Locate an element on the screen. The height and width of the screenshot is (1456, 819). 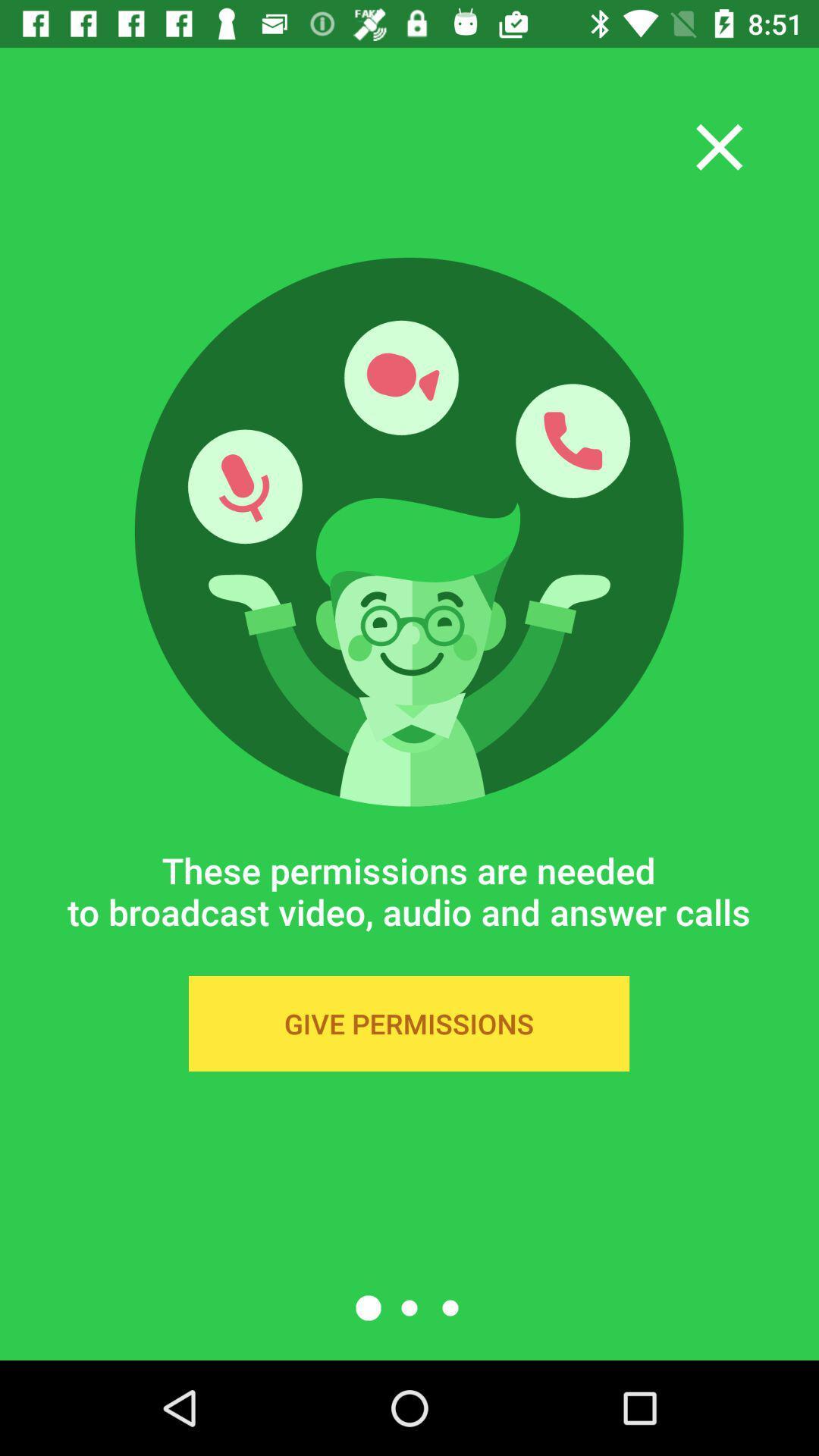
the x button closes the window is located at coordinates (718, 147).